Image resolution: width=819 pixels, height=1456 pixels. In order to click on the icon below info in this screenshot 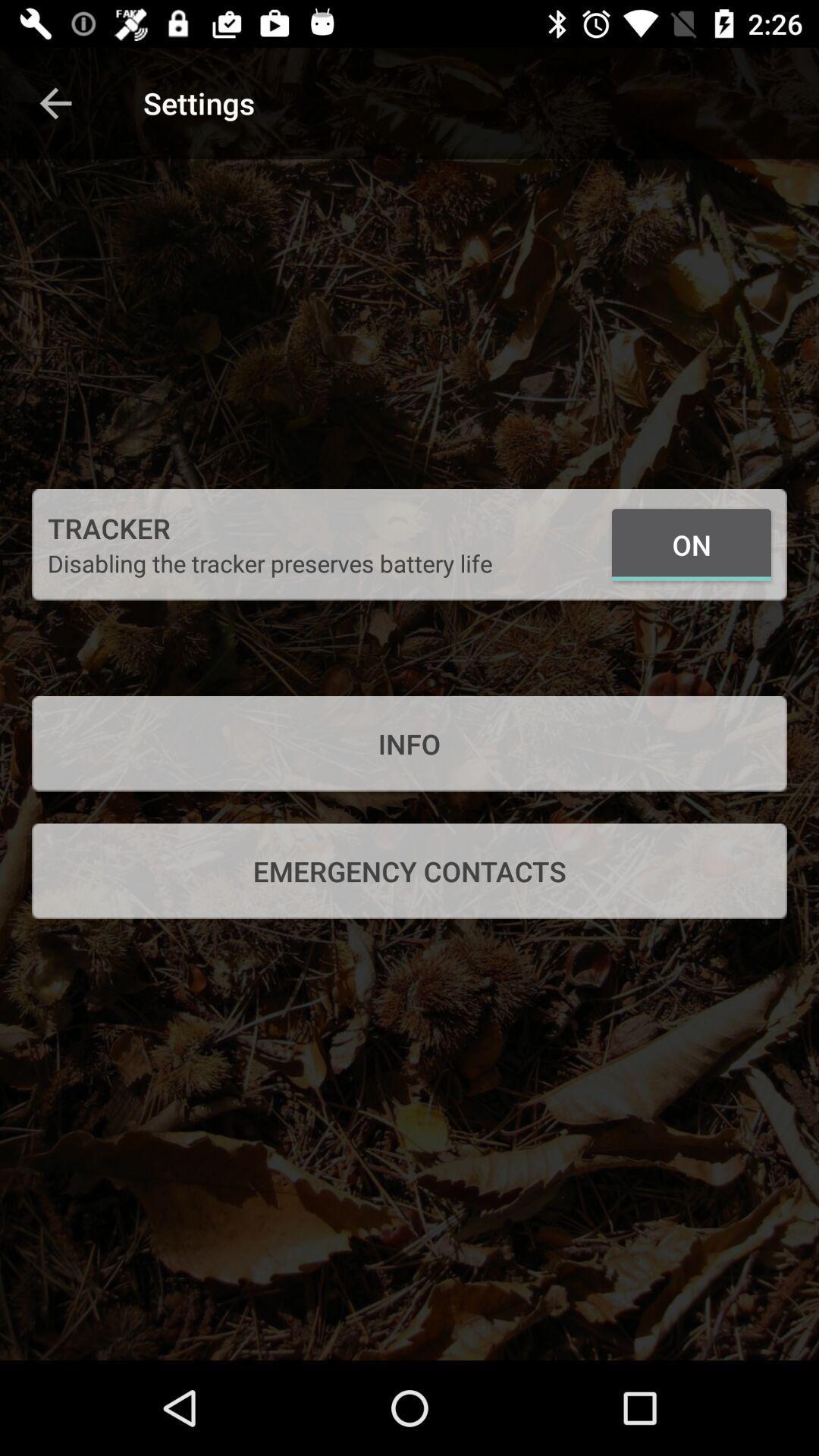, I will do `click(409, 871)`.